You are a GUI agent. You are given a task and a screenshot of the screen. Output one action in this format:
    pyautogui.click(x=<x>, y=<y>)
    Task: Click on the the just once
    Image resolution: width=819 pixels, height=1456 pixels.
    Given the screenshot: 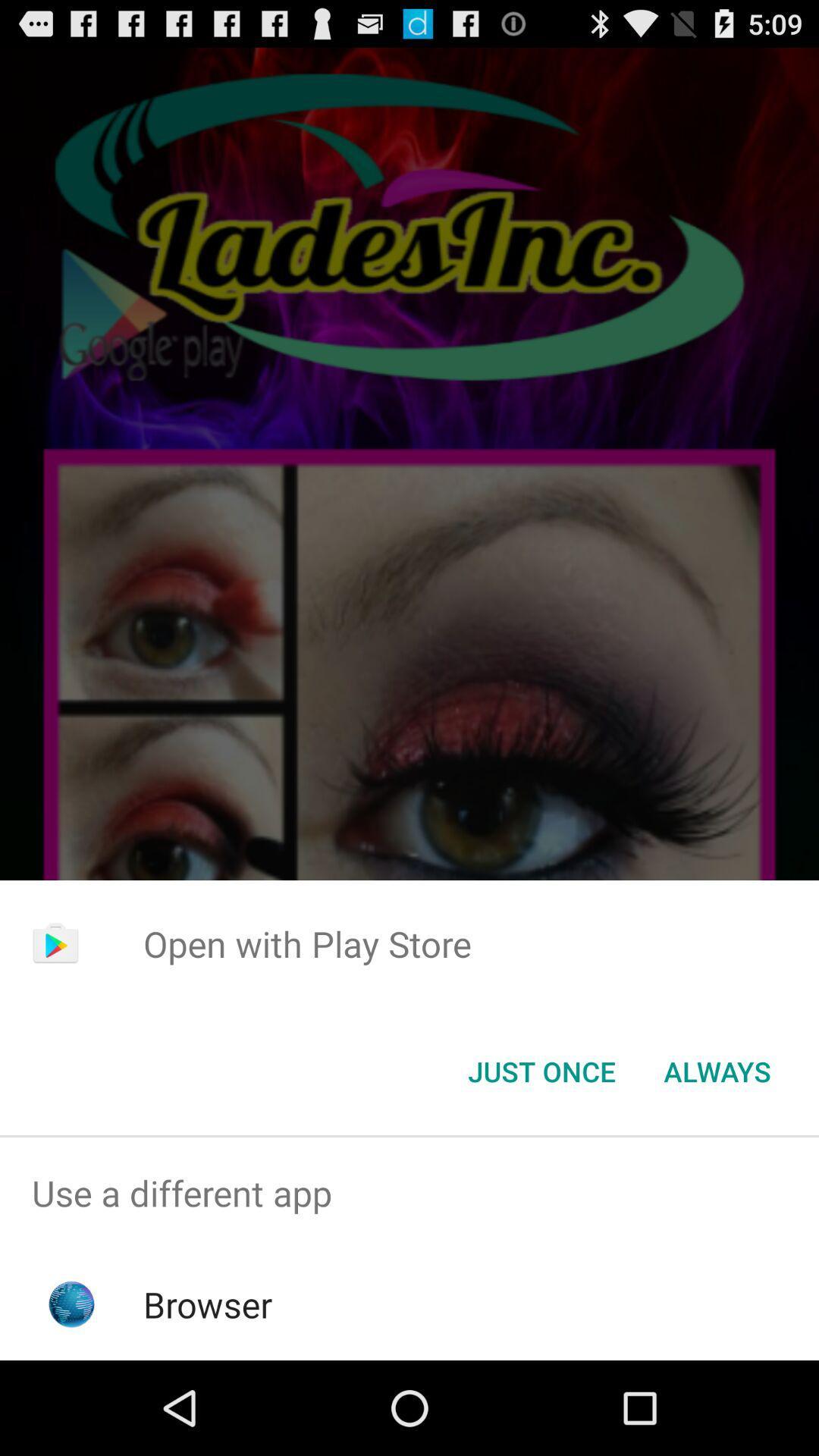 What is the action you would take?
    pyautogui.click(x=541, y=1070)
    